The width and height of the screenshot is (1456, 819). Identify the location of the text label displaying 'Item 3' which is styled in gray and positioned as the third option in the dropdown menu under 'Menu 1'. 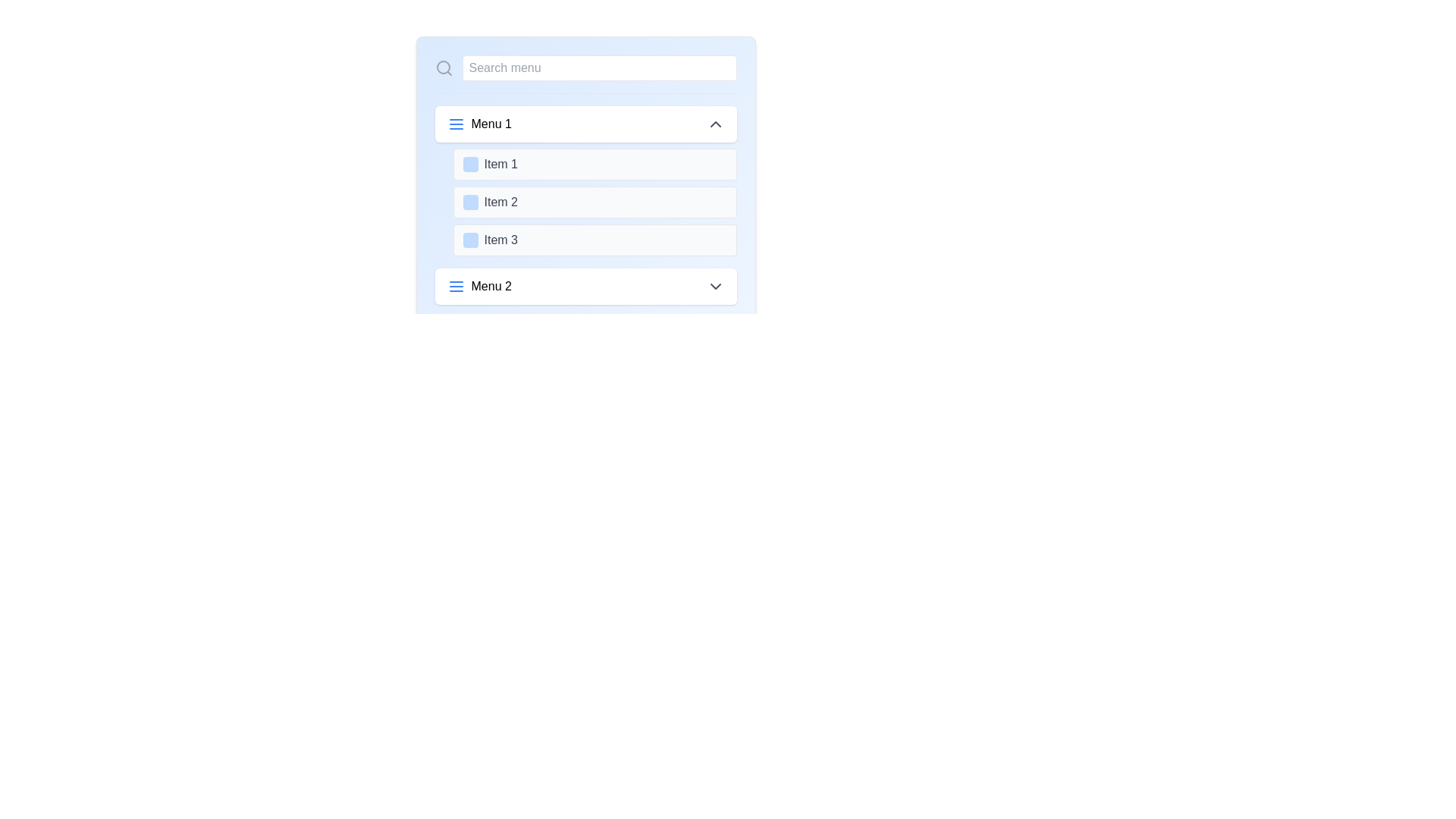
(500, 239).